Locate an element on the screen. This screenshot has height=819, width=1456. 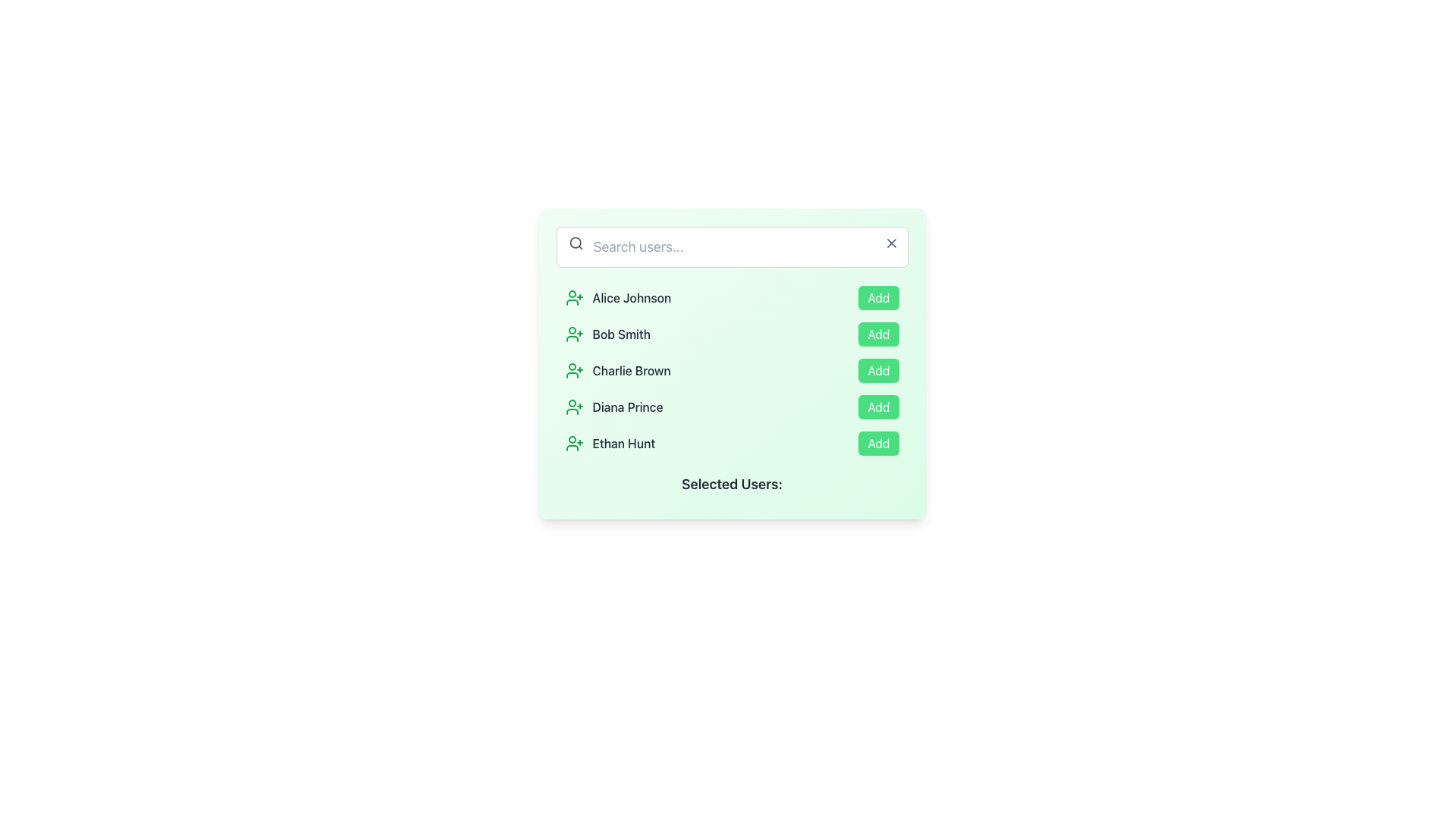
on the text label 'Bob Smith' which is styled in a medium-weight, gray font and is the second entry in a list of users is located at coordinates (607, 333).